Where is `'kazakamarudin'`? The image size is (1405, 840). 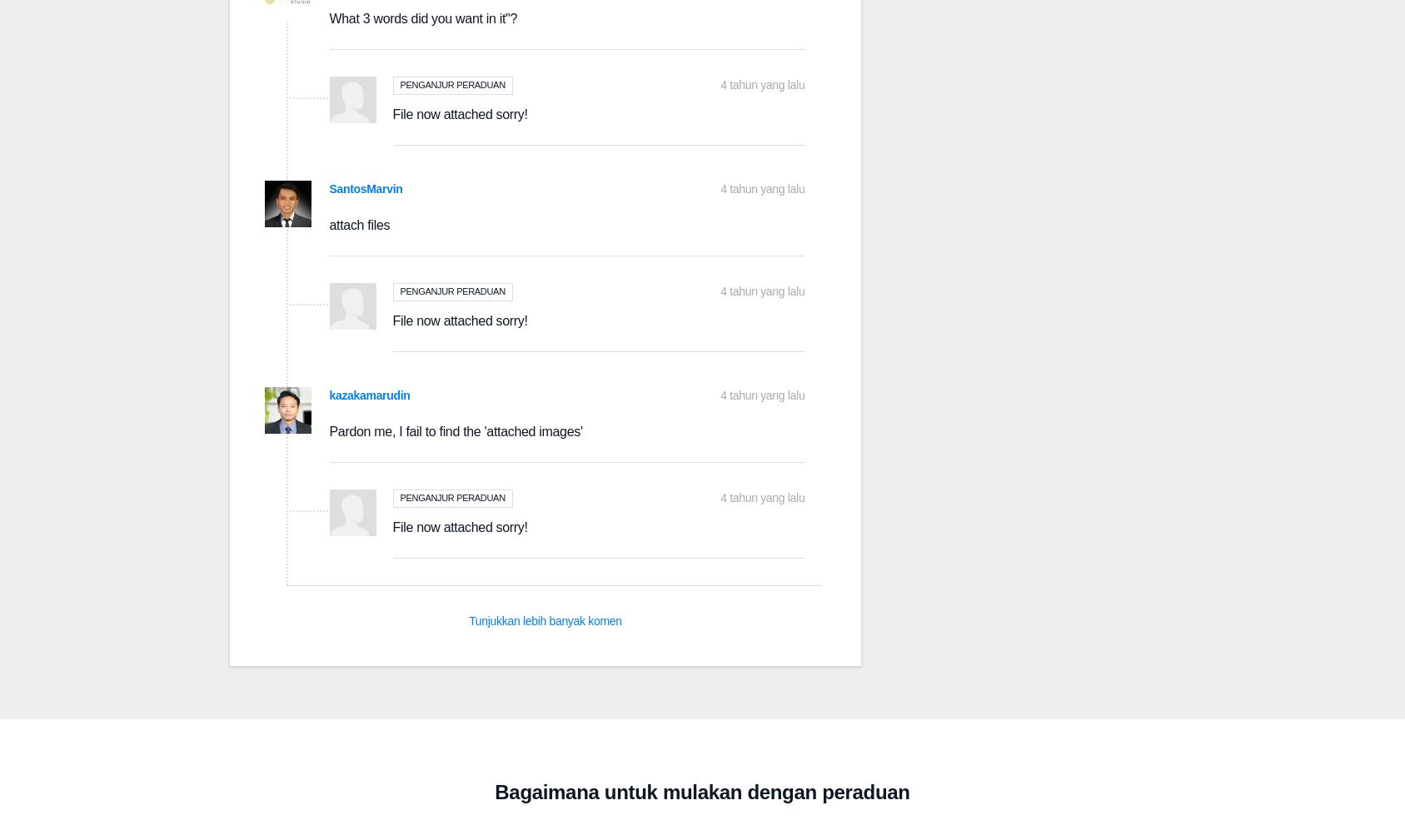 'kazakamarudin' is located at coordinates (369, 395).